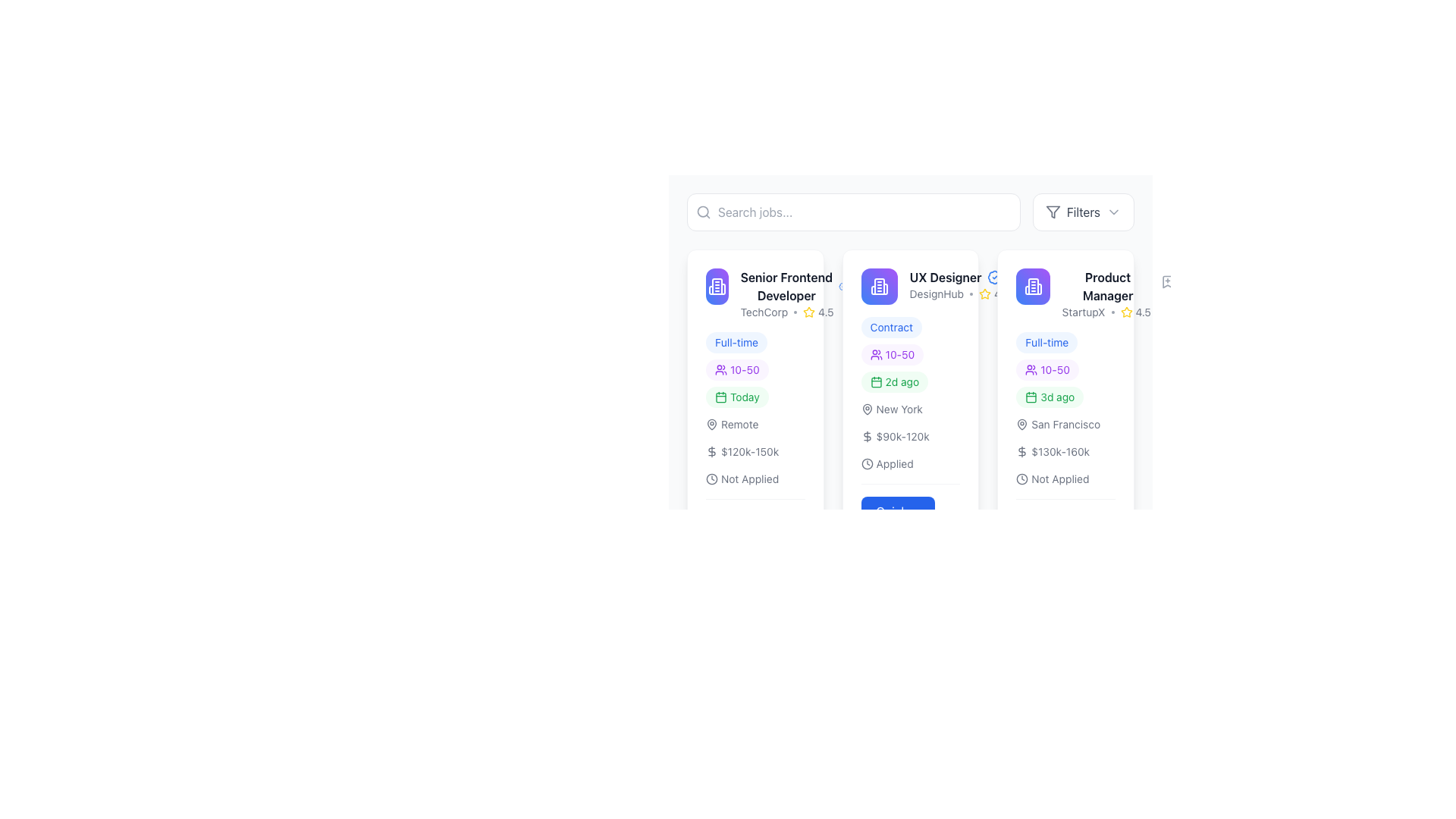 This screenshot has width=1456, height=819. What do you see at coordinates (892, 409) in the screenshot?
I see `the 'New York' text with the pin icon in the 'UX Designer' card to interact with the associated link` at bounding box center [892, 409].